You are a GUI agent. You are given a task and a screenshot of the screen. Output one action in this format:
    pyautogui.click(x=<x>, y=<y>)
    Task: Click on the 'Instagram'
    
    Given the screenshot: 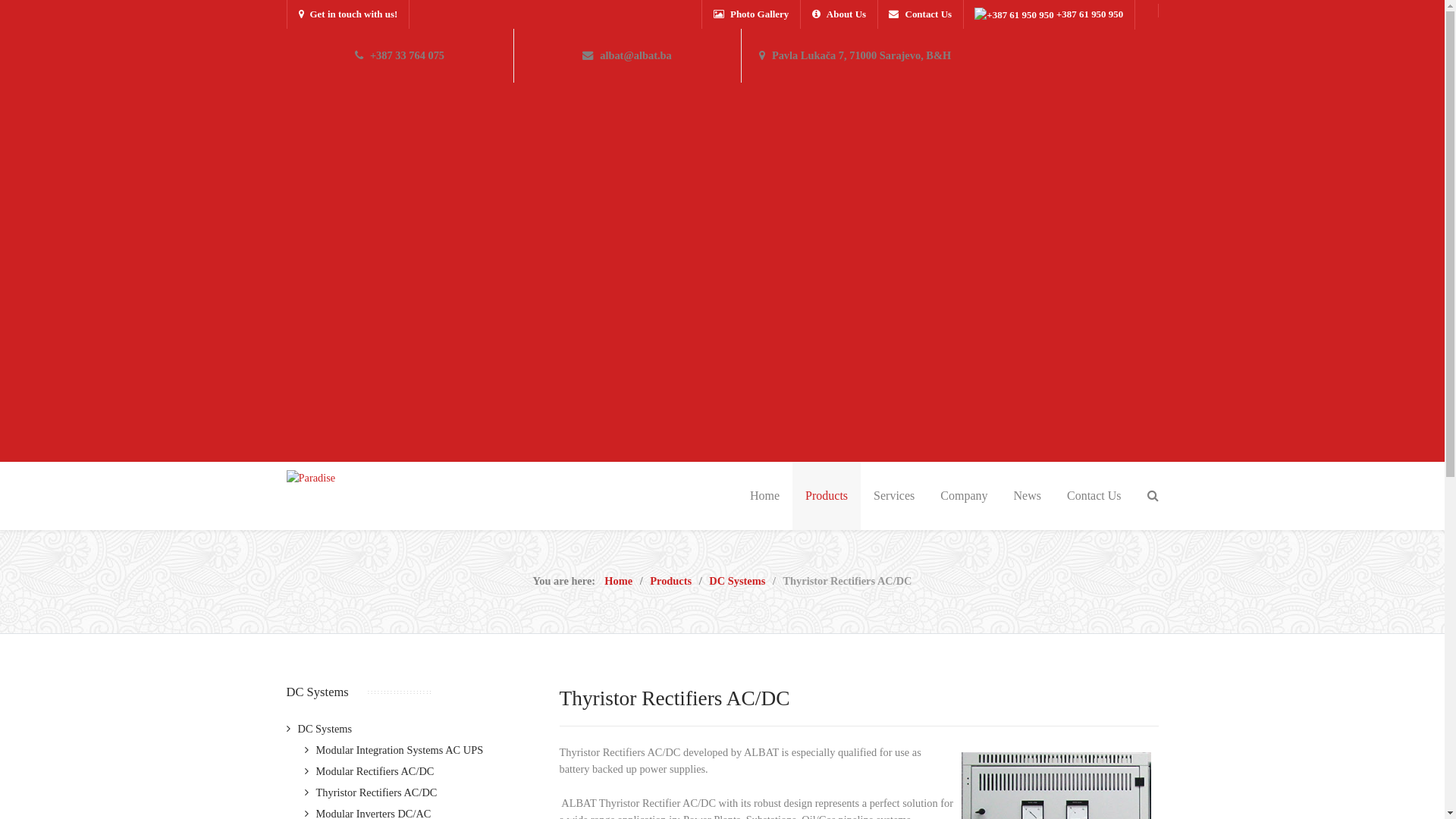 What is the action you would take?
    pyautogui.click(x=1144, y=783)
    